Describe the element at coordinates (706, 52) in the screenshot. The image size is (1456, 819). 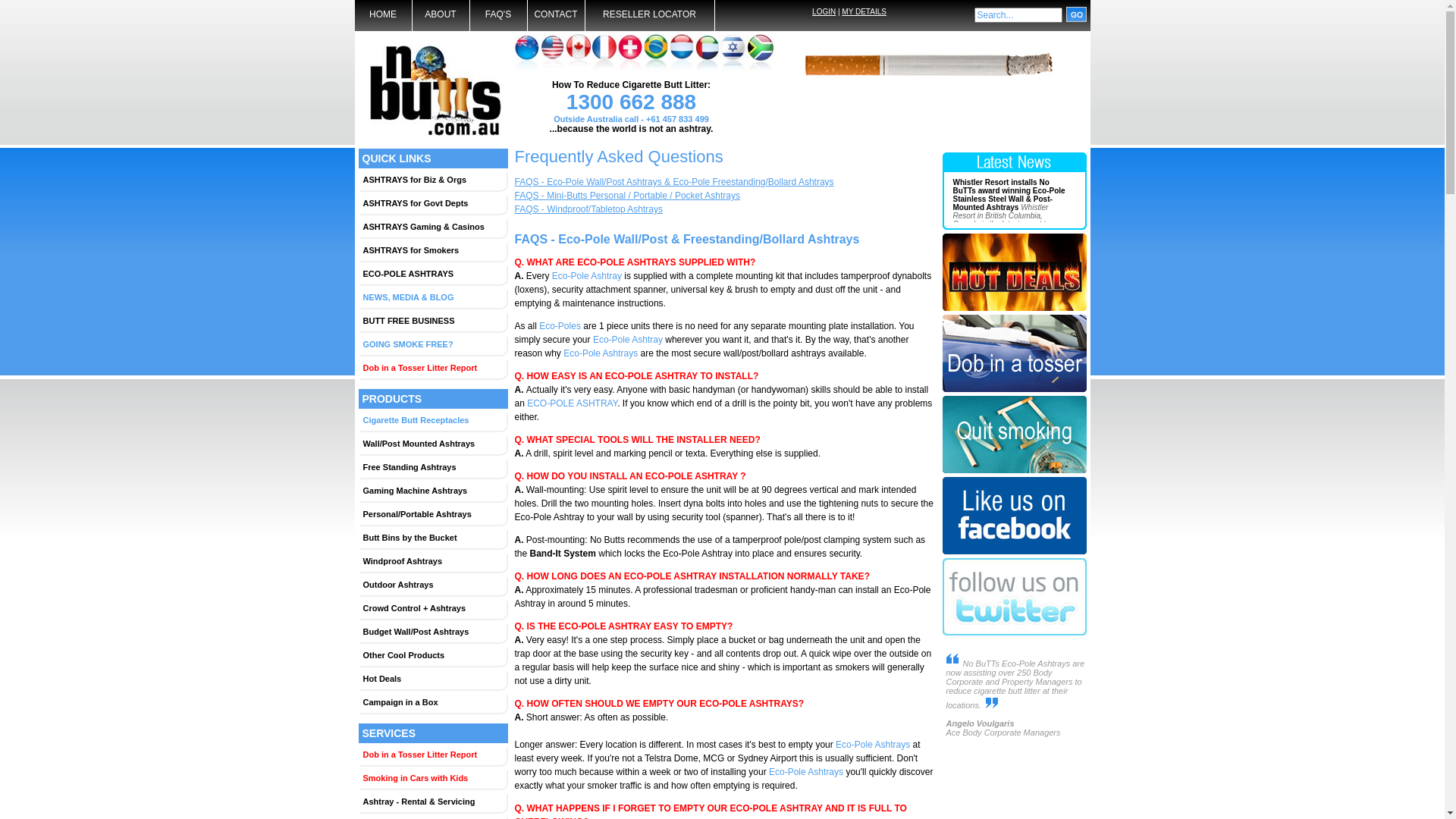
I see `'Contact Details for the Middle East'` at that location.